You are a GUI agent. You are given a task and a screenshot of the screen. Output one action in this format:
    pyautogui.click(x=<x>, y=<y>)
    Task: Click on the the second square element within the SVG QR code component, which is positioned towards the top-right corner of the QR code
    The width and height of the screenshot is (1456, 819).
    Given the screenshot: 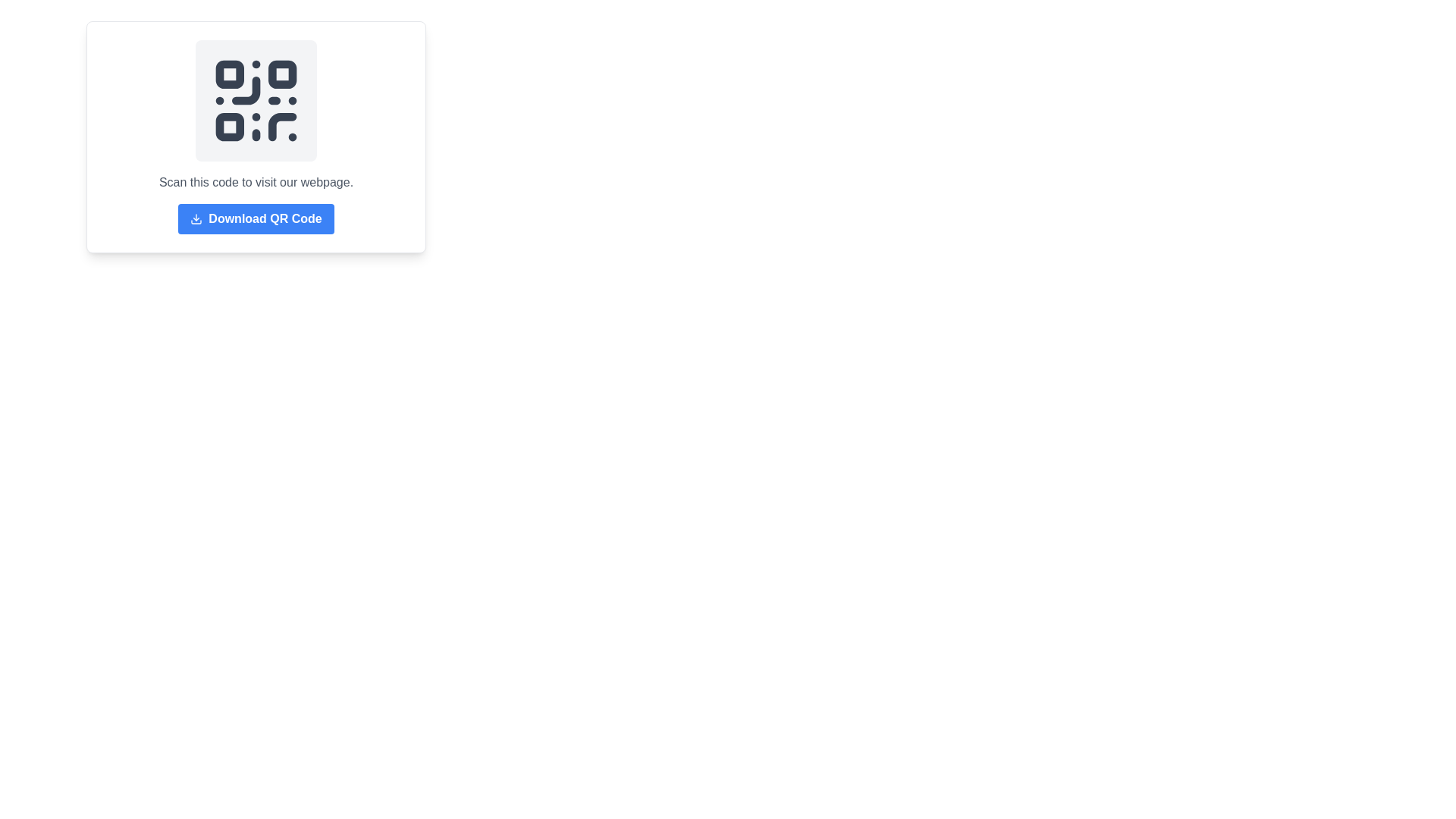 What is the action you would take?
    pyautogui.click(x=282, y=74)
    